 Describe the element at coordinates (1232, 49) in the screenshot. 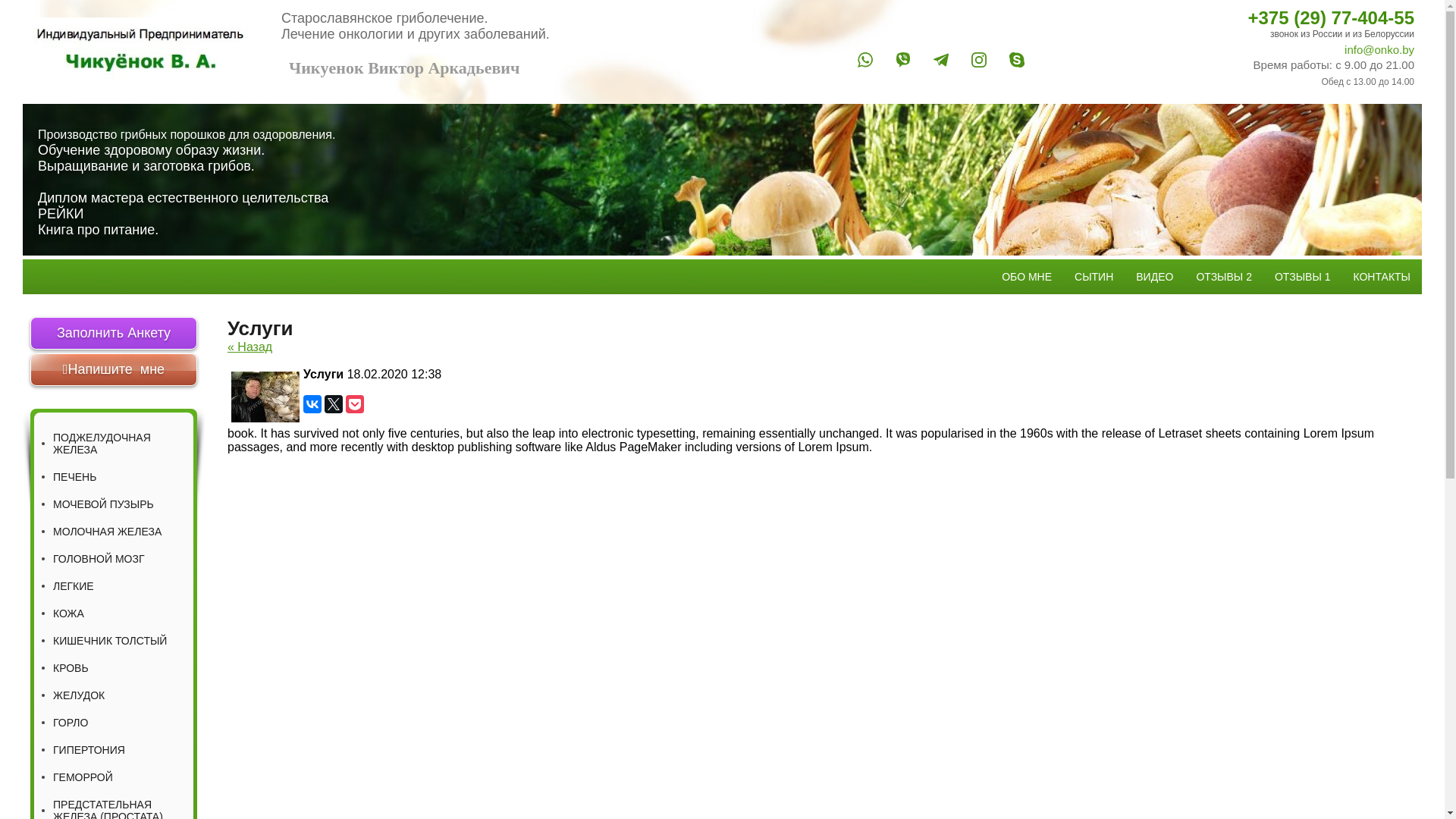

I see `'info@onko.by'` at that location.